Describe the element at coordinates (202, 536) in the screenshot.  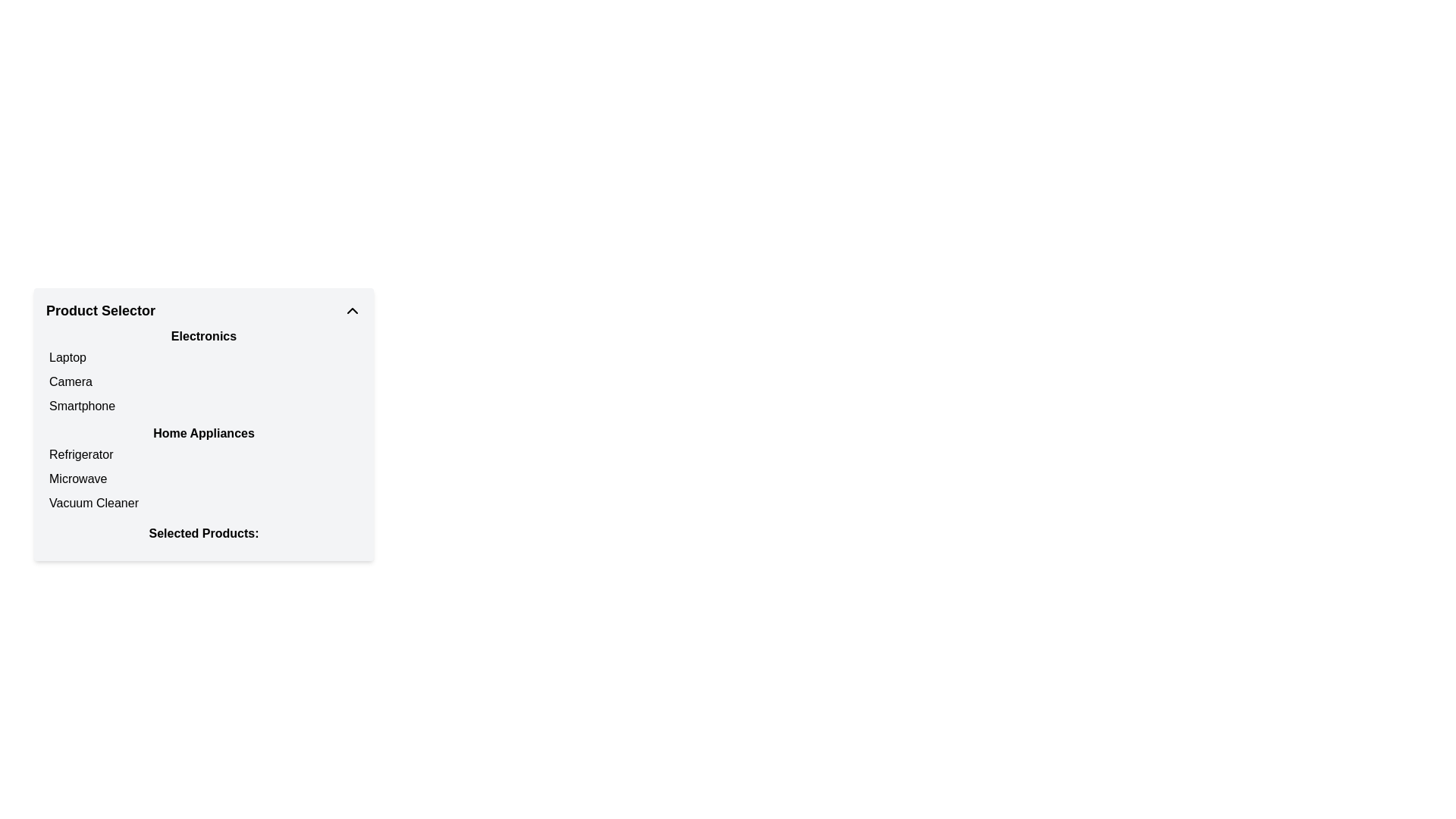
I see `the text label displaying 'Selected Products:' positioned at the bottom of the vertical section in the card layout` at that location.